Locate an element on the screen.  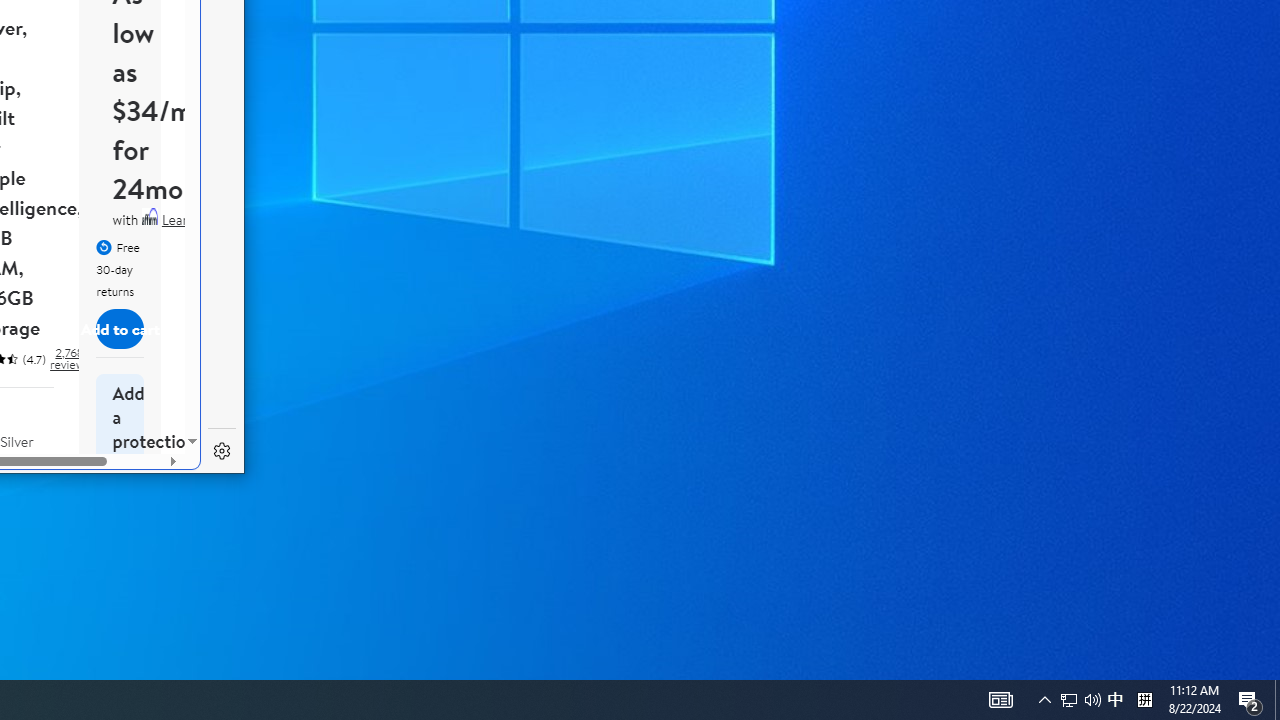
'Affirm' is located at coordinates (148, 216).